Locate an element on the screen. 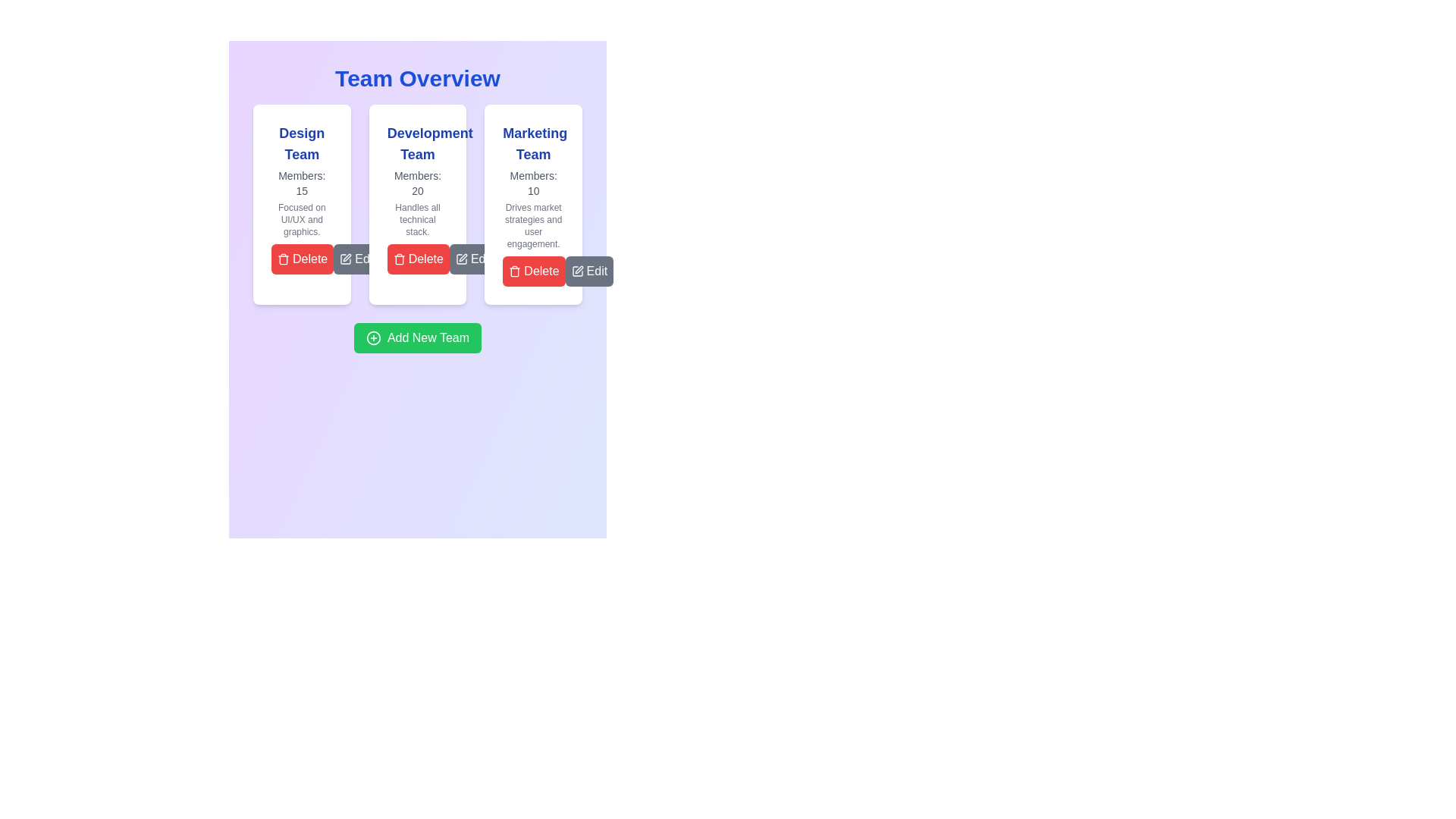 The image size is (1456, 819). the informational text block that shows the number of members in the marketing team, located in the middle of the 'Marketing Team' card is located at coordinates (533, 183).